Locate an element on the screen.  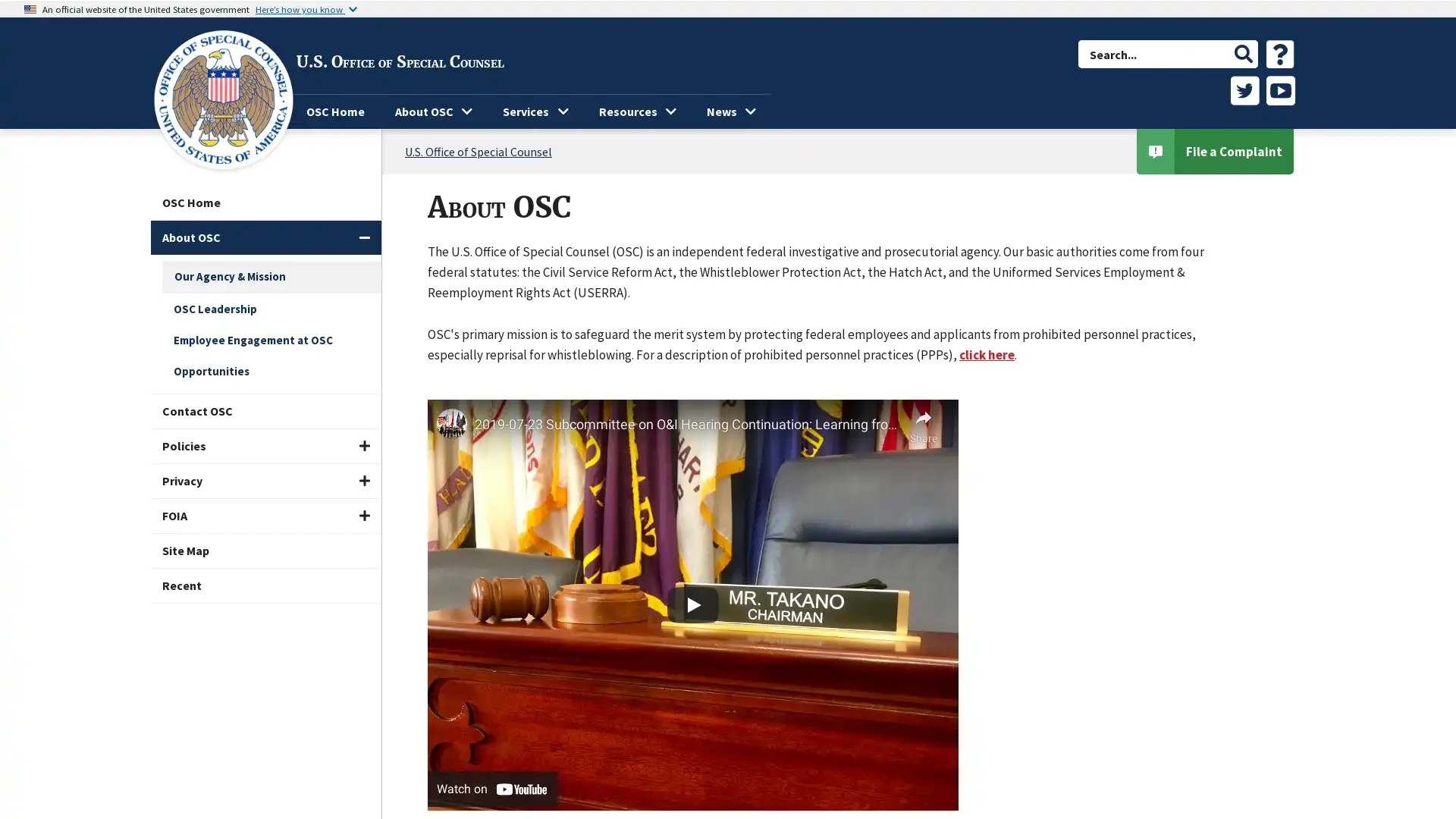
About OSC is located at coordinates (432, 111).